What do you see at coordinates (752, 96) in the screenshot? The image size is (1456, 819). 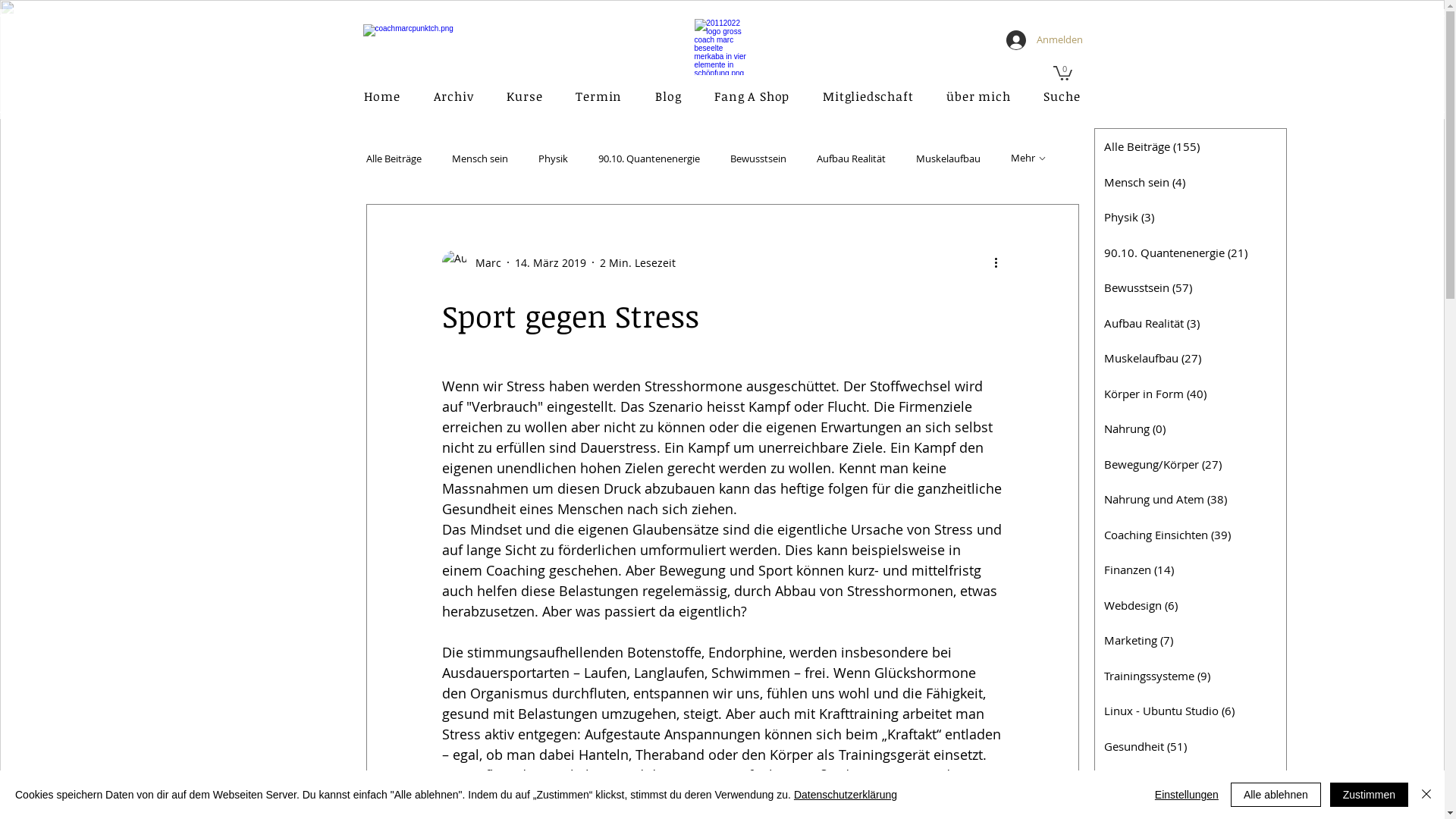 I see `'Fang A Shop'` at bounding box center [752, 96].